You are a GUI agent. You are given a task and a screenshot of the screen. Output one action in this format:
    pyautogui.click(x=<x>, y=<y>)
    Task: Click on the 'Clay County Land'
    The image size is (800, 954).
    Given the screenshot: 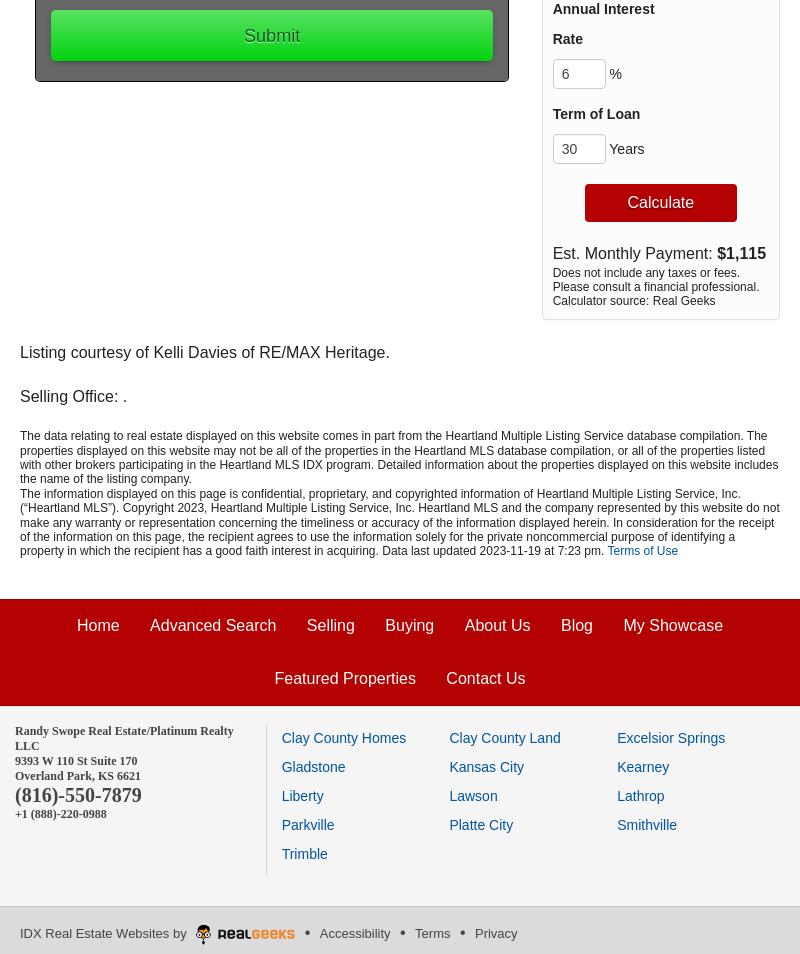 What is the action you would take?
    pyautogui.click(x=503, y=738)
    